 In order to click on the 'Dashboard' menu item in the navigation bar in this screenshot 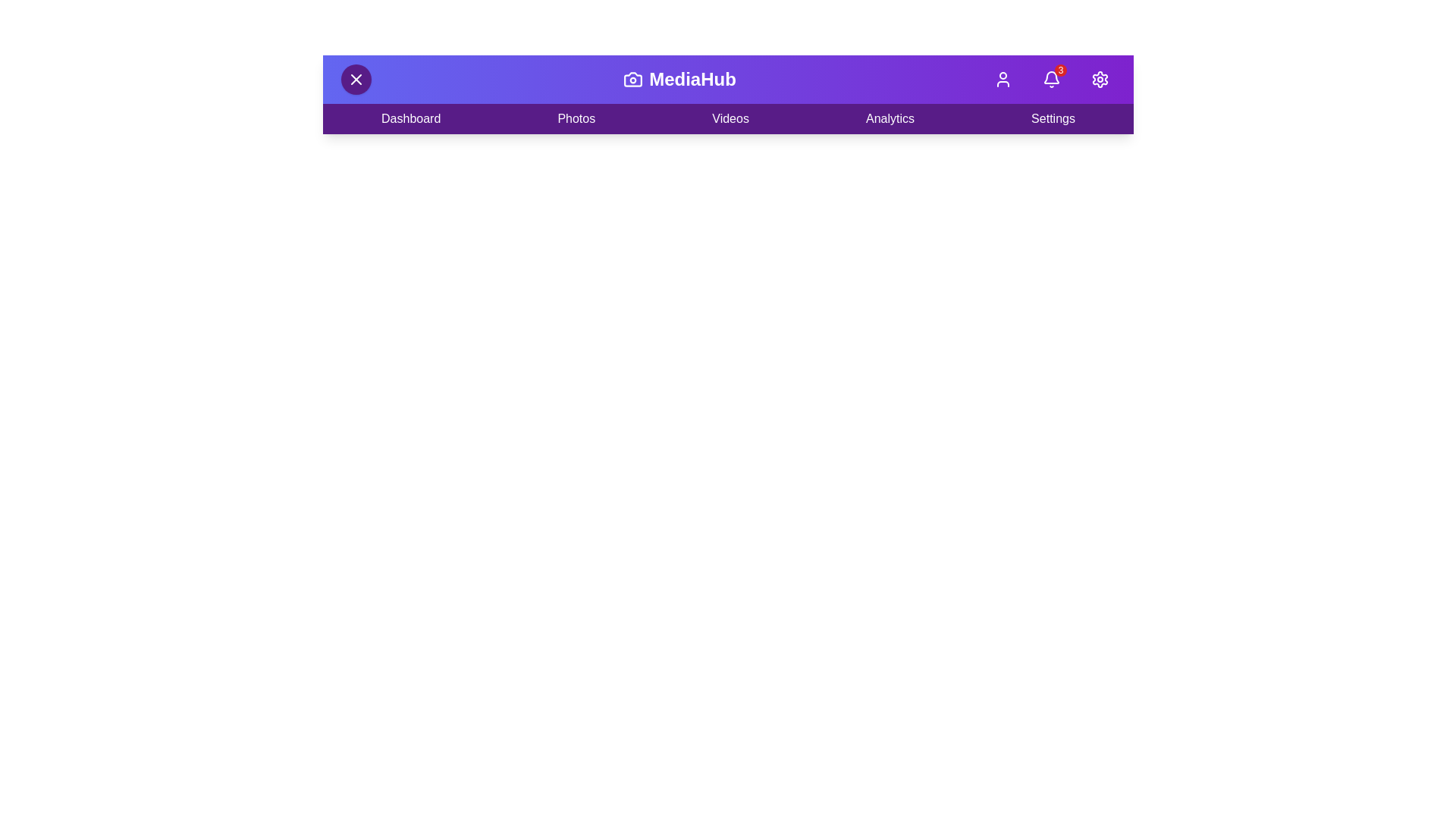, I will do `click(411, 118)`.